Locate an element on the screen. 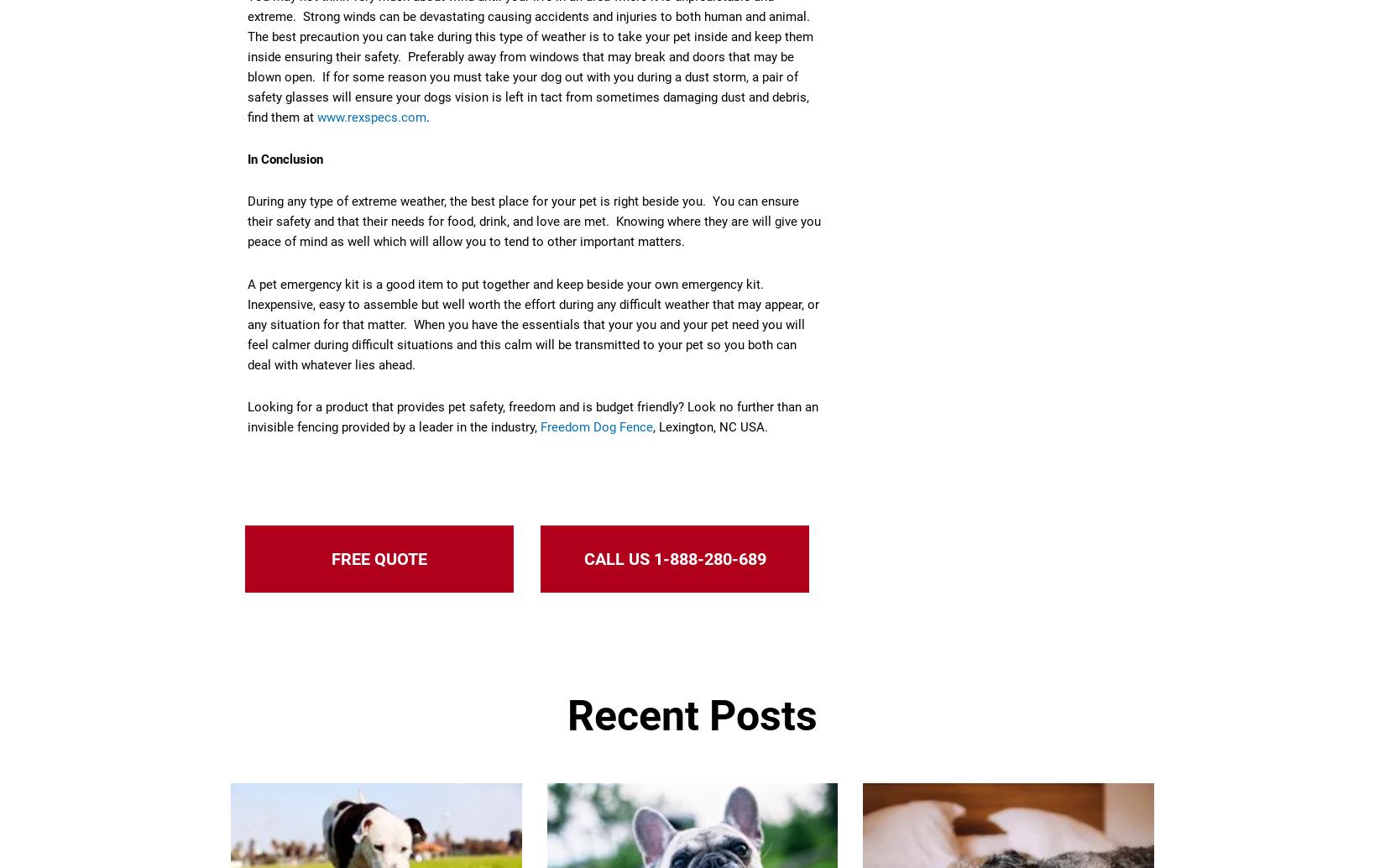  'Looking for a product that provides pet safety, freedom and is budget friendly? Look no further than an invisible fencing provided by a leader in the industry,' is located at coordinates (531, 416).